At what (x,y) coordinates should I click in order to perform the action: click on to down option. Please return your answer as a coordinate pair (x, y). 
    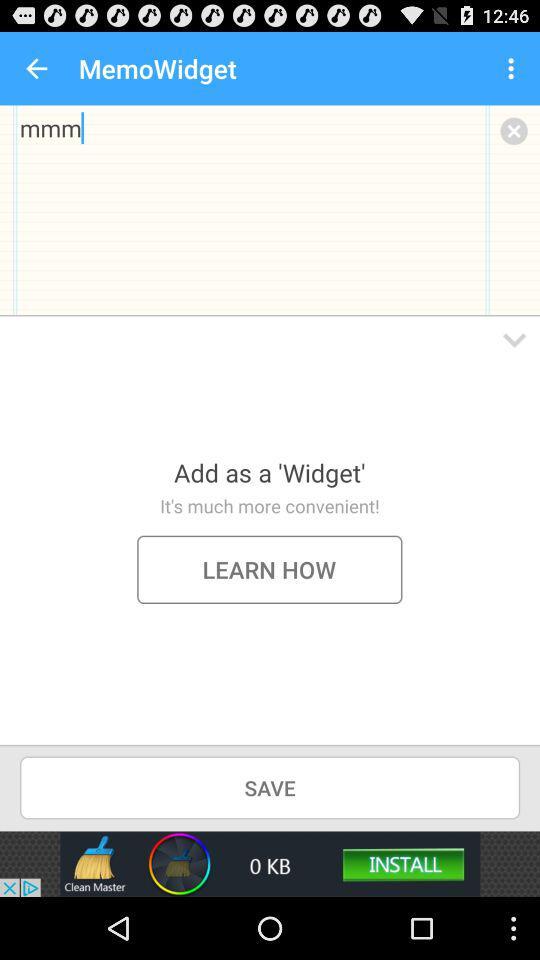
    Looking at the image, I should click on (514, 340).